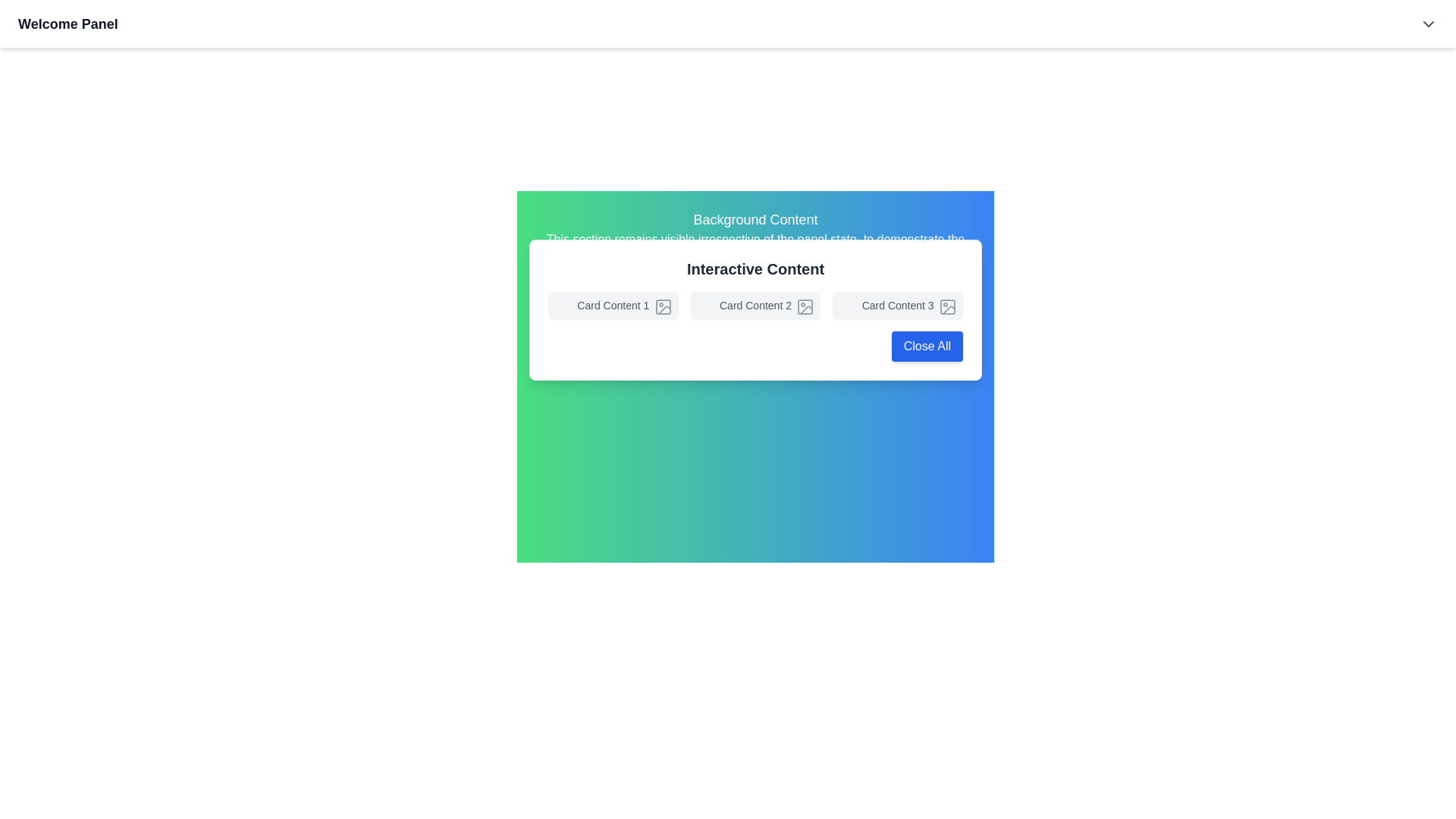 The width and height of the screenshot is (1456, 819). I want to click on the interactive downwards-pointing chevron icon located in the top-right corner of the navigation bar, so click(1427, 24).